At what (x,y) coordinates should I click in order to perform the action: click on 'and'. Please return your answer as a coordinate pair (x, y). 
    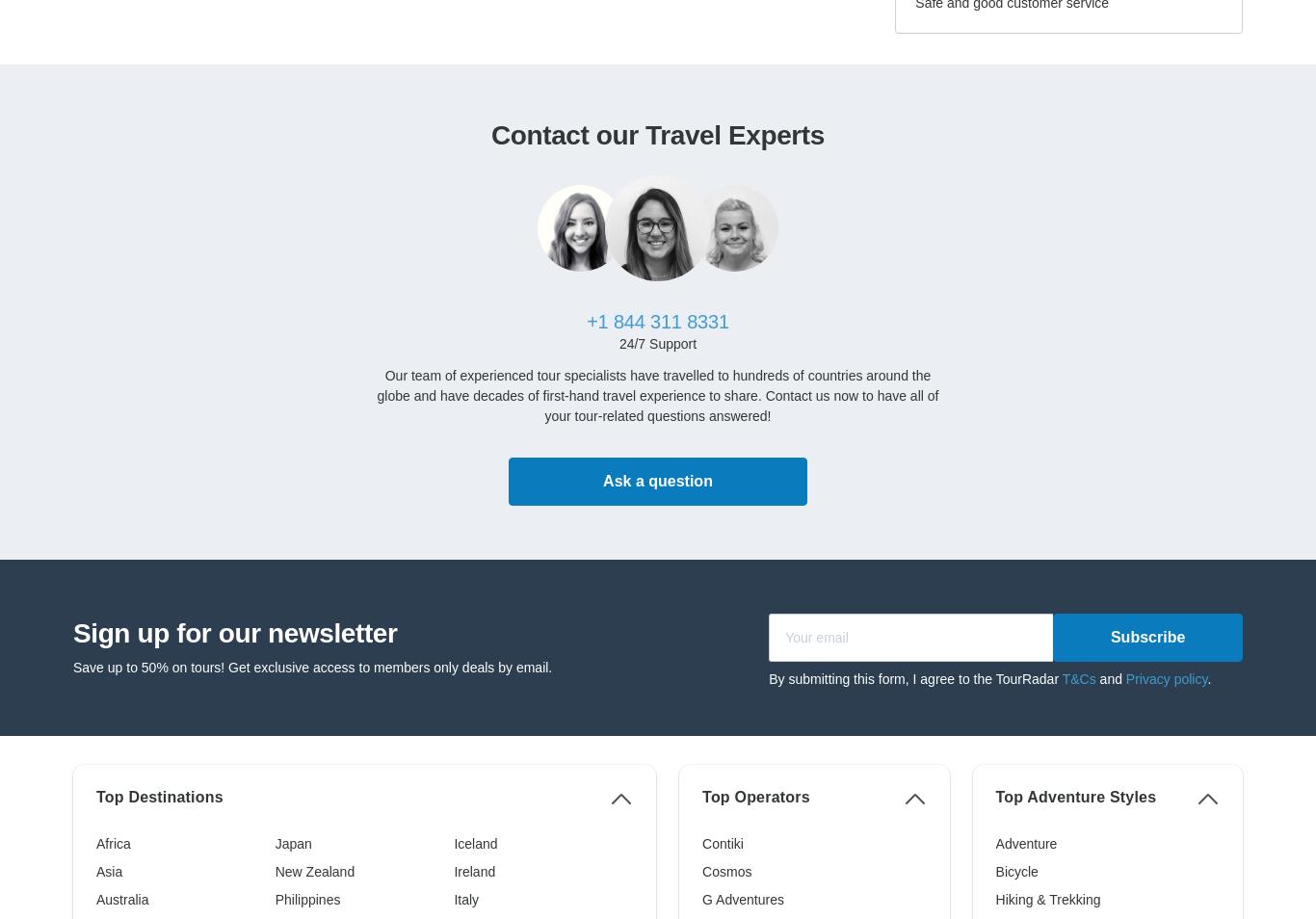
    Looking at the image, I should click on (1110, 676).